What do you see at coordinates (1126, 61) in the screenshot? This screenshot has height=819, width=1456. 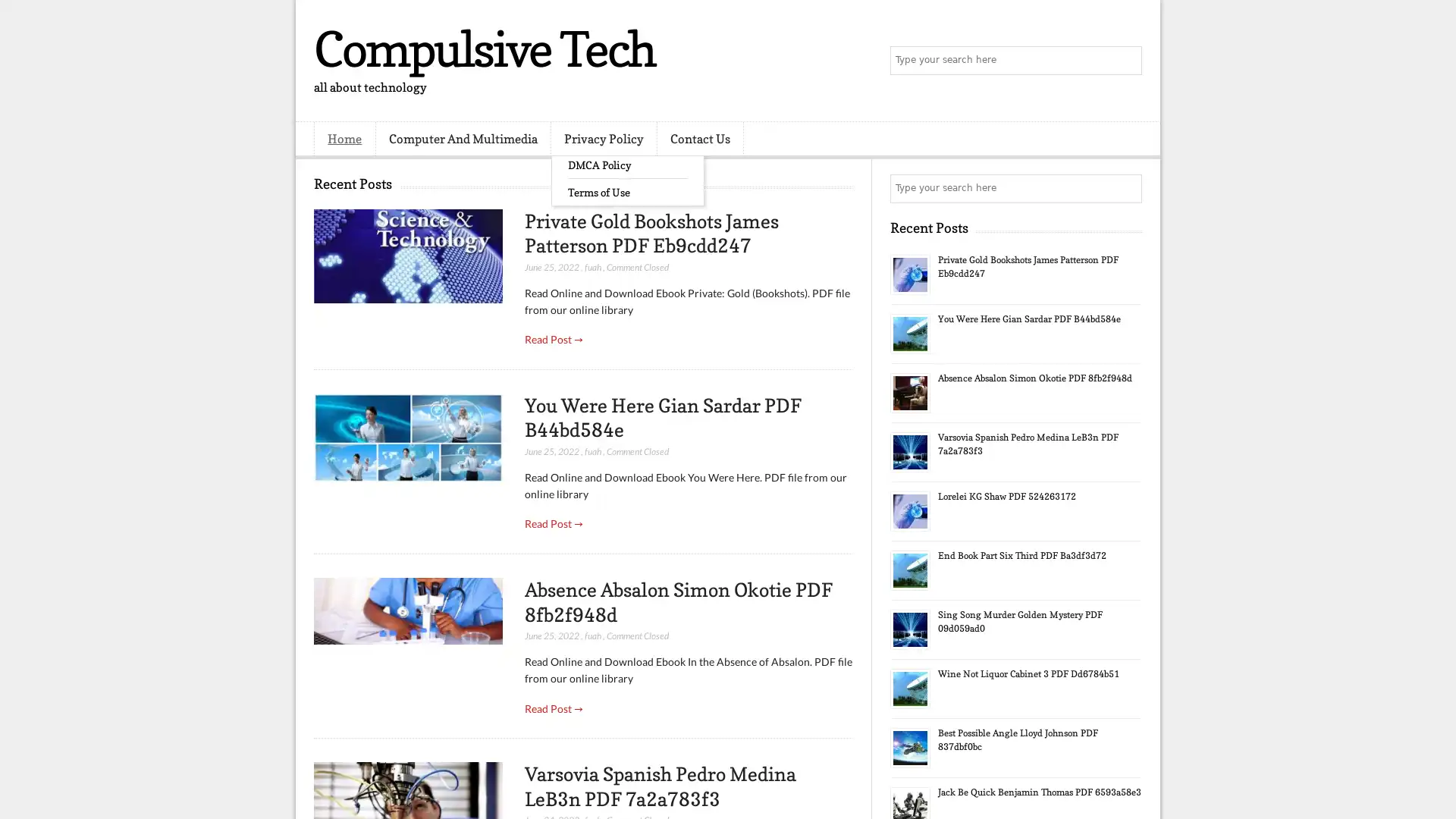 I see `Search` at bounding box center [1126, 61].